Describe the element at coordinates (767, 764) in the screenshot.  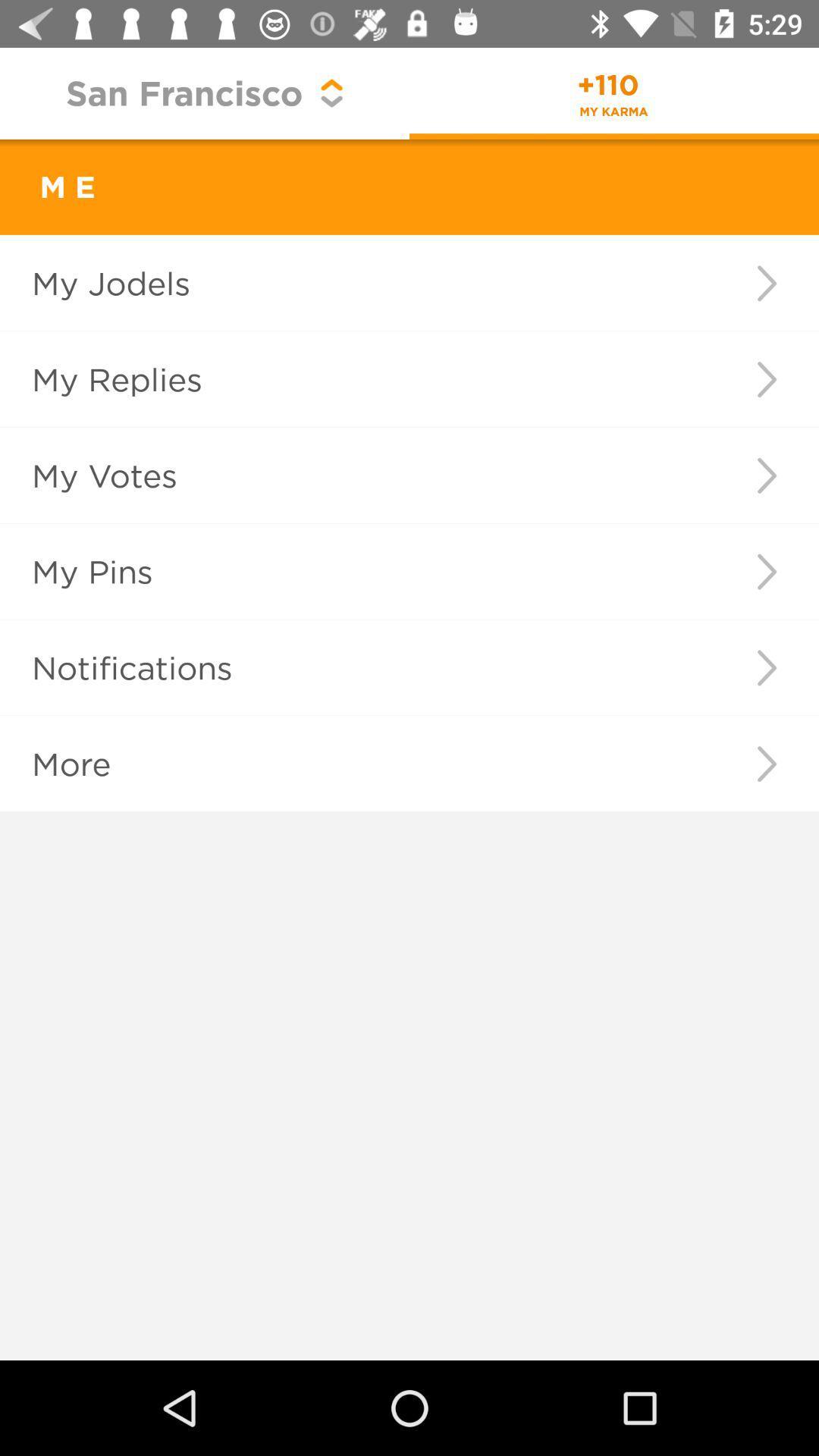
I see `icon next to the more` at that location.